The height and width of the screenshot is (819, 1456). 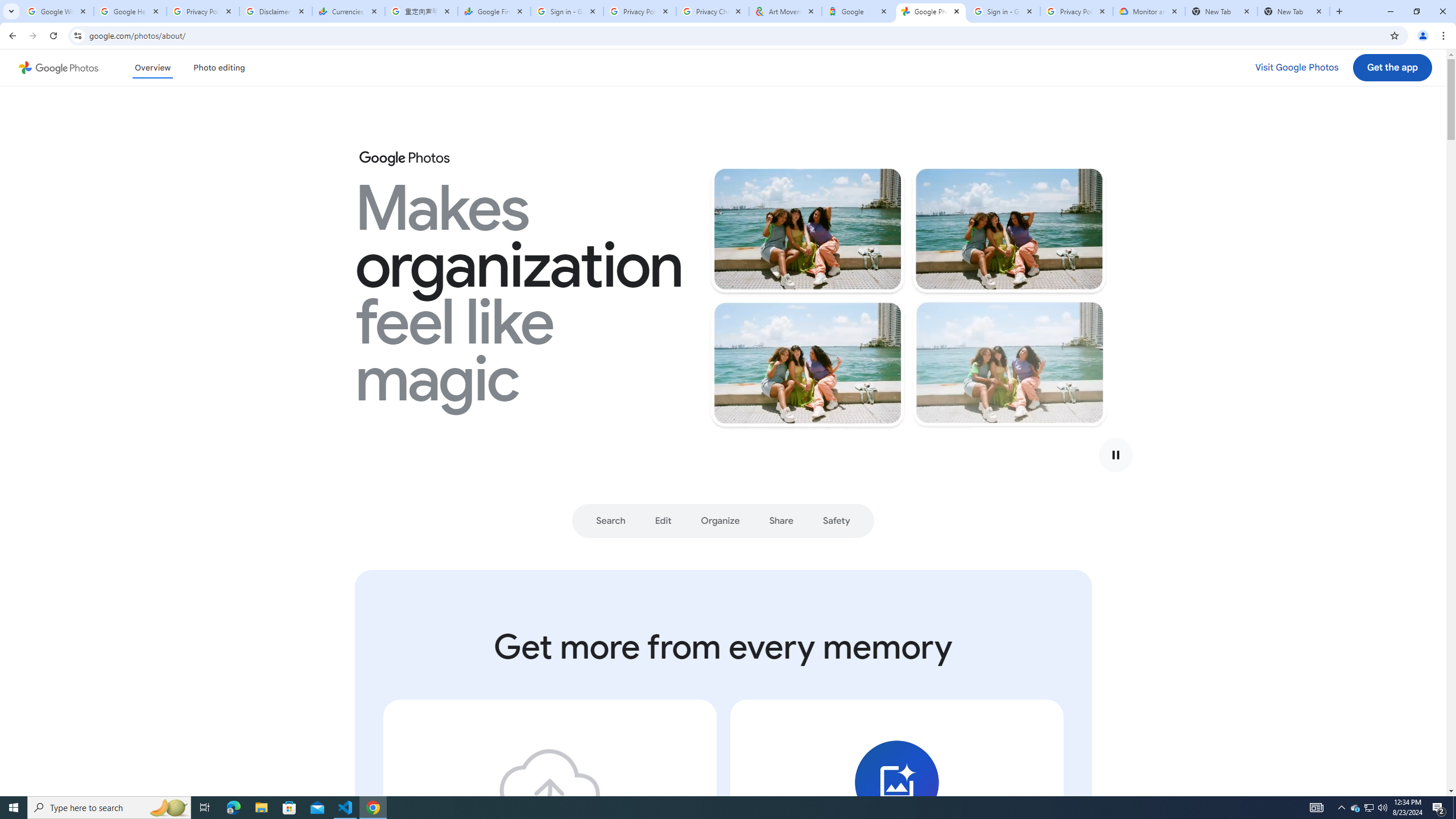 I want to click on 'Play video', so click(x=1115, y=454).